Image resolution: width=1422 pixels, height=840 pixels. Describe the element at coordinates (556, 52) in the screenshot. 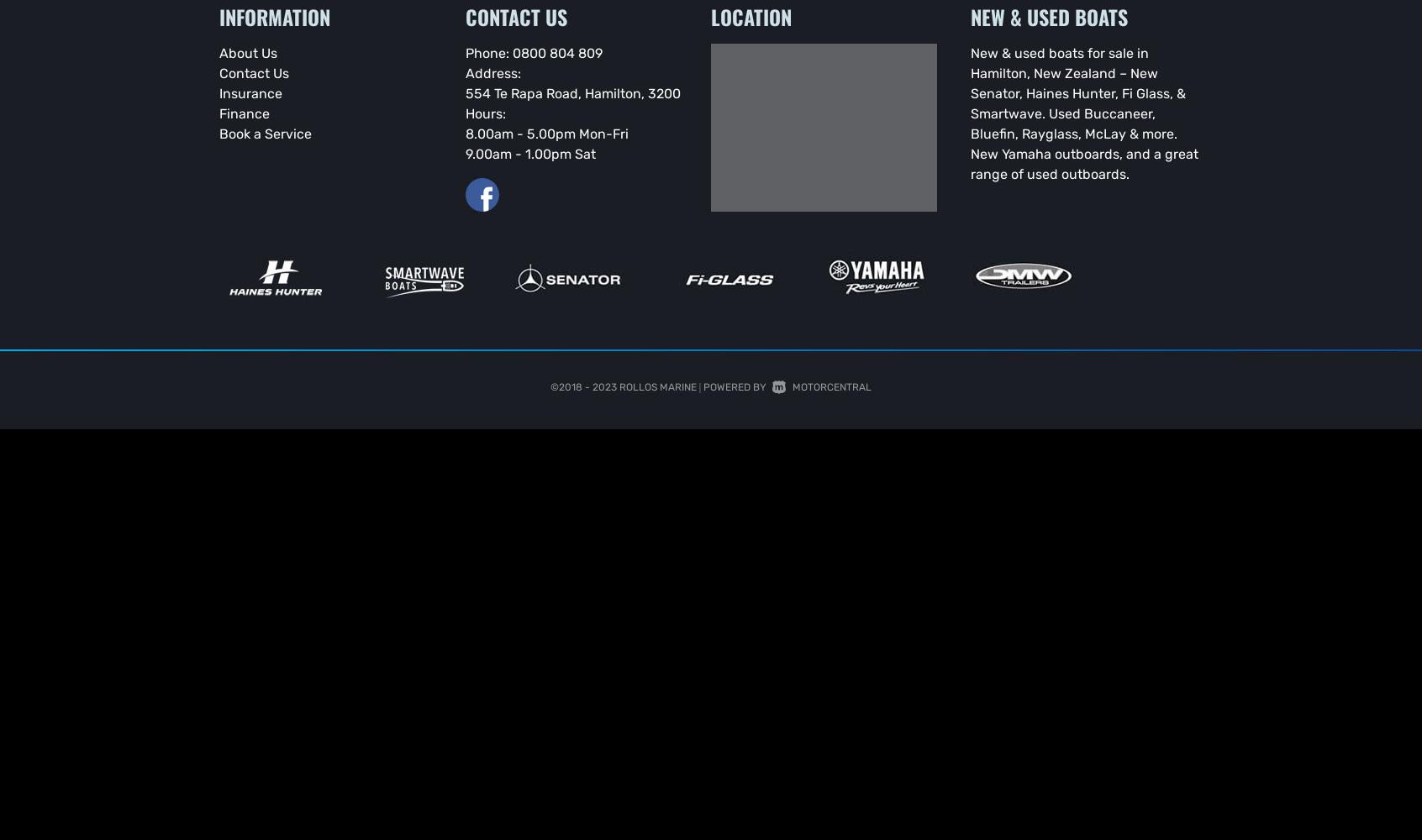

I see `'0800 804 809'` at that location.